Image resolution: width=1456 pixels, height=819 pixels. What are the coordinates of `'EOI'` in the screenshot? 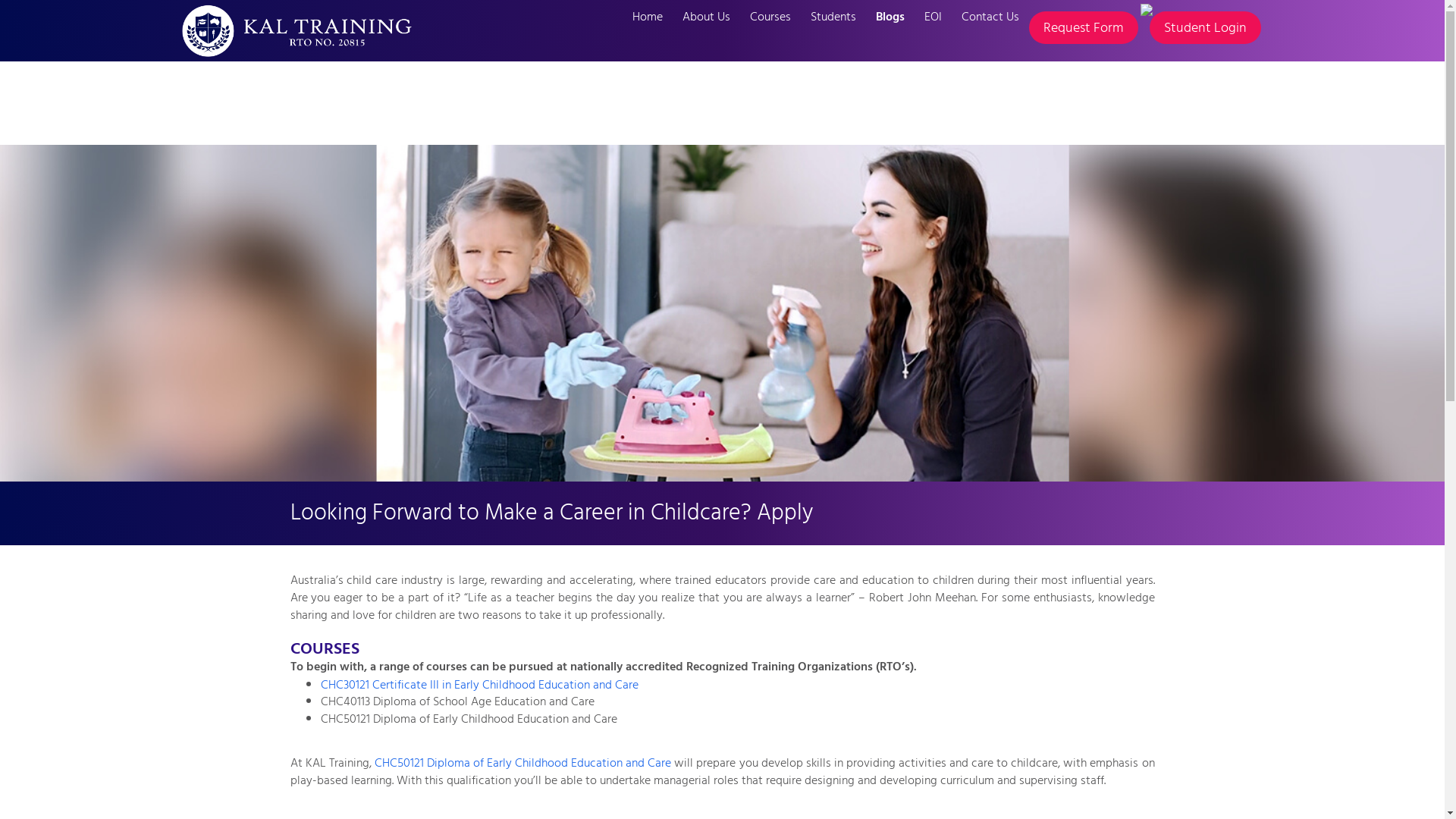 It's located at (932, 17).